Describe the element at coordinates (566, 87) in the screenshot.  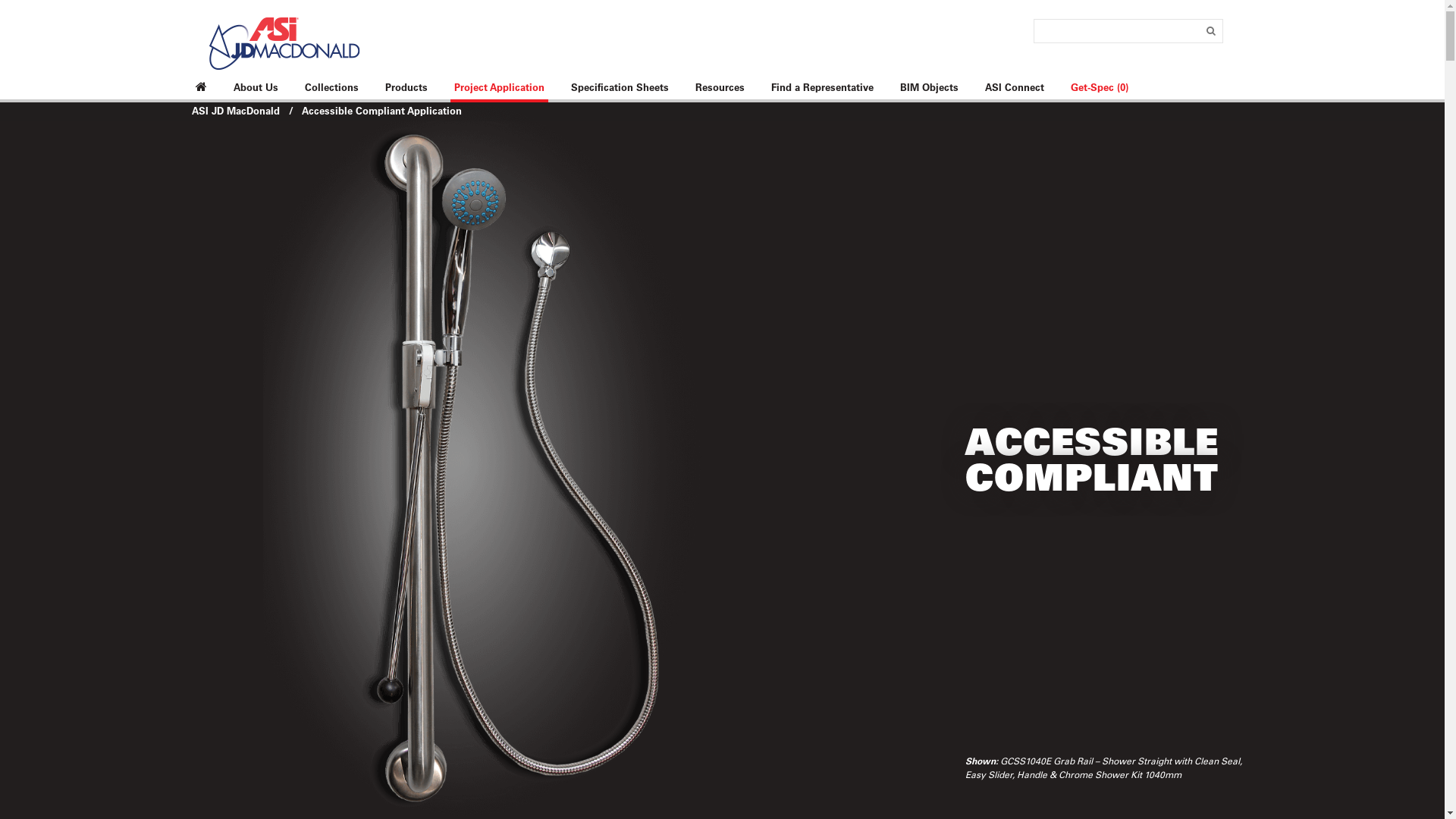
I see `'Specification Sheets'` at that location.